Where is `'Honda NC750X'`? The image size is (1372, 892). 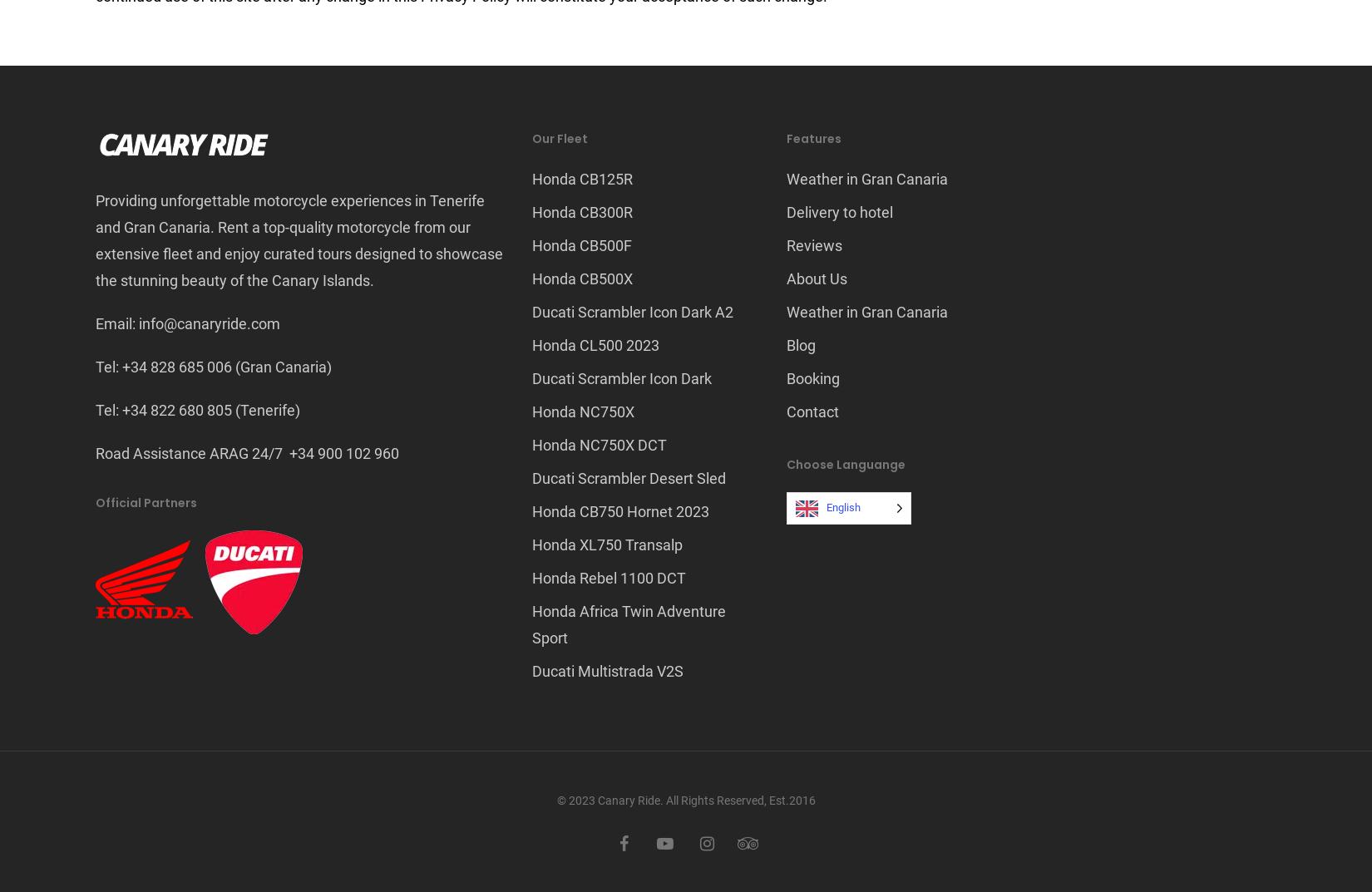 'Honda NC750X' is located at coordinates (582, 411).